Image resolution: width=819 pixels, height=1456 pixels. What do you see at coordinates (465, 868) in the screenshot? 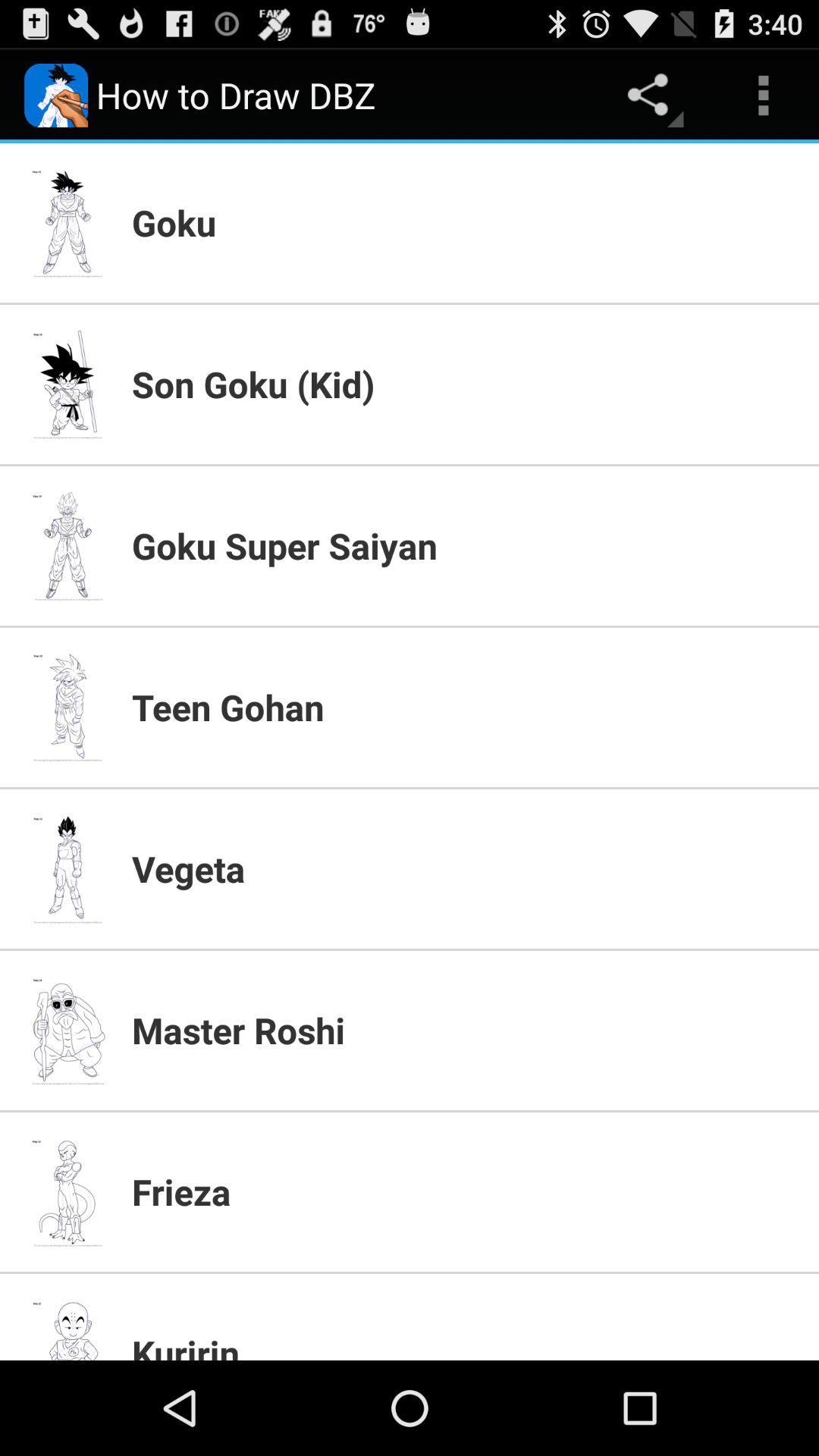
I see `item above master roshi` at bounding box center [465, 868].